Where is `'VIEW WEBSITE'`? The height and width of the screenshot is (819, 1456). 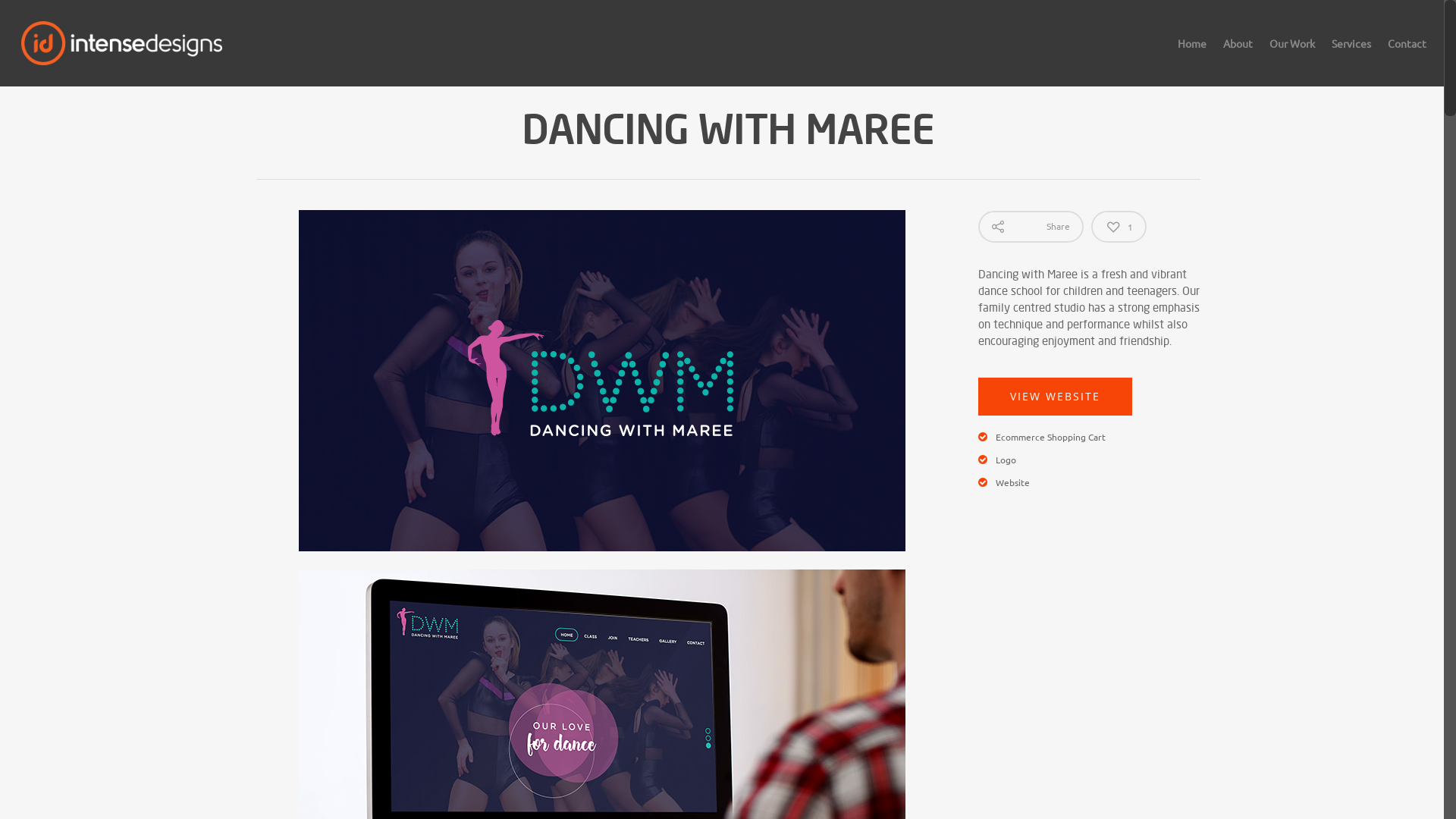 'VIEW WEBSITE' is located at coordinates (1054, 396).